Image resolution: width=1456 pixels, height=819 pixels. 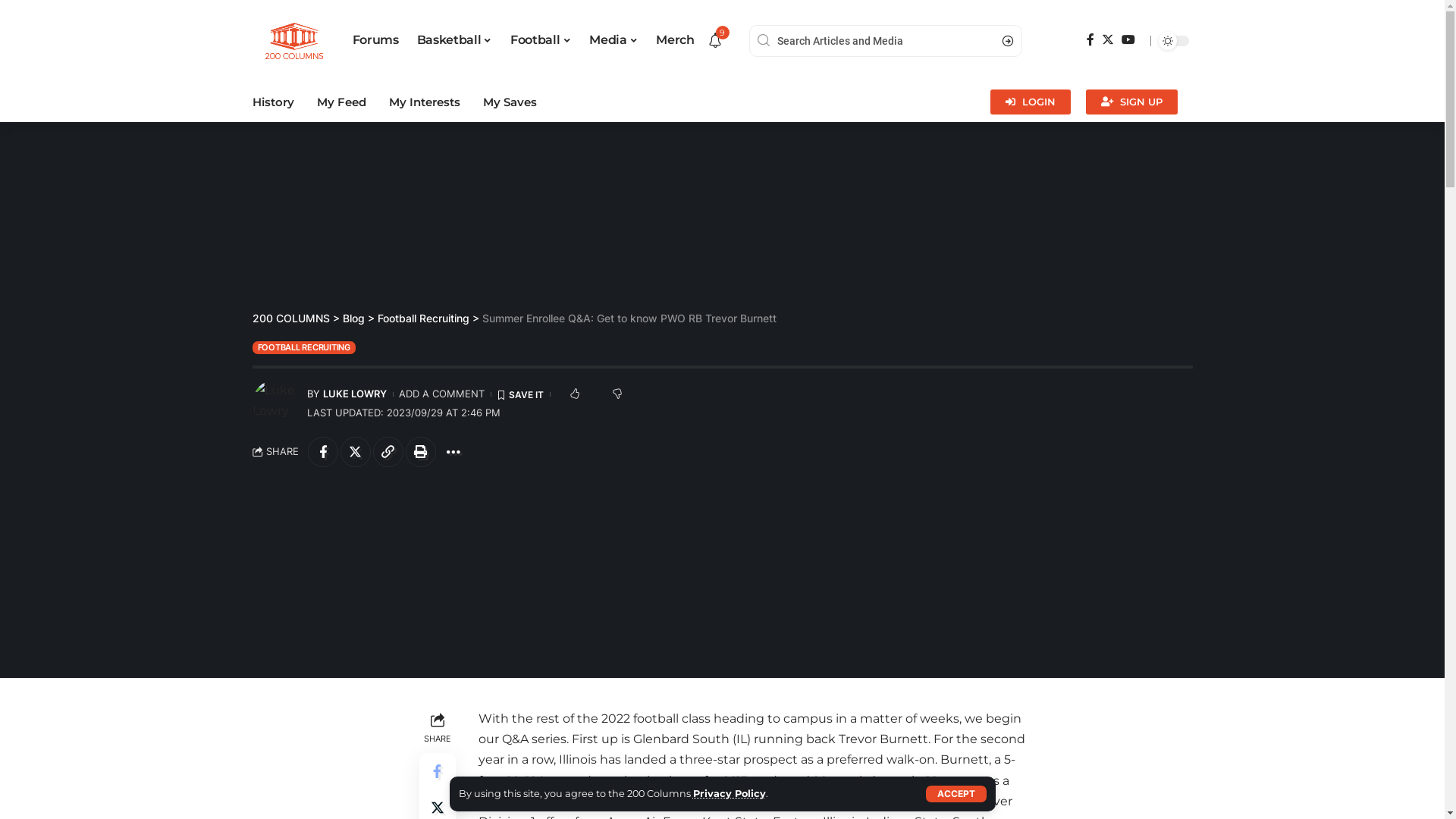 What do you see at coordinates (1131, 102) in the screenshot?
I see `'SIGN UP'` at bounding box center [1131, 102].